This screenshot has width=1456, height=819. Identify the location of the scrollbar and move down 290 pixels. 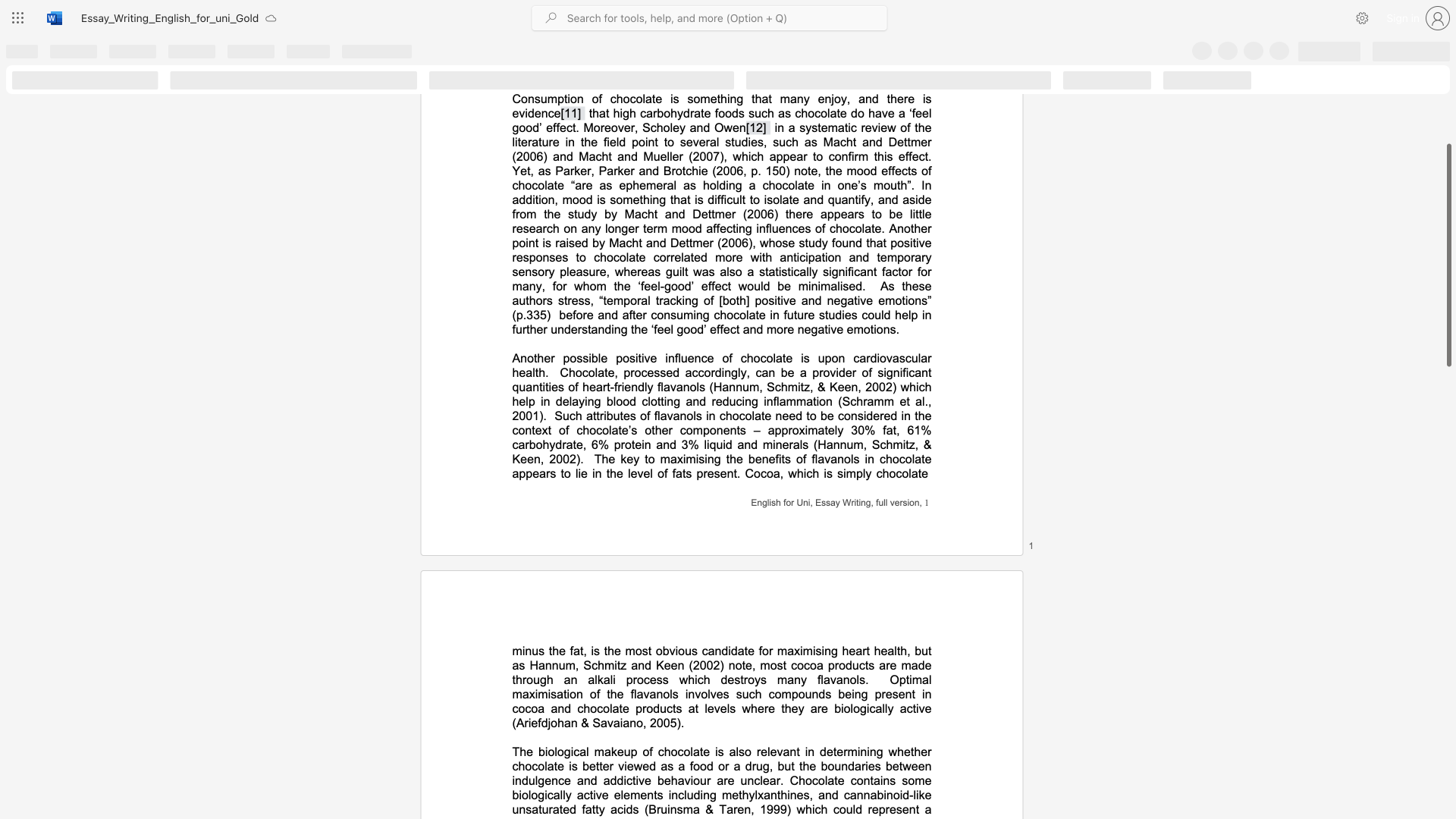
(1448, 254).